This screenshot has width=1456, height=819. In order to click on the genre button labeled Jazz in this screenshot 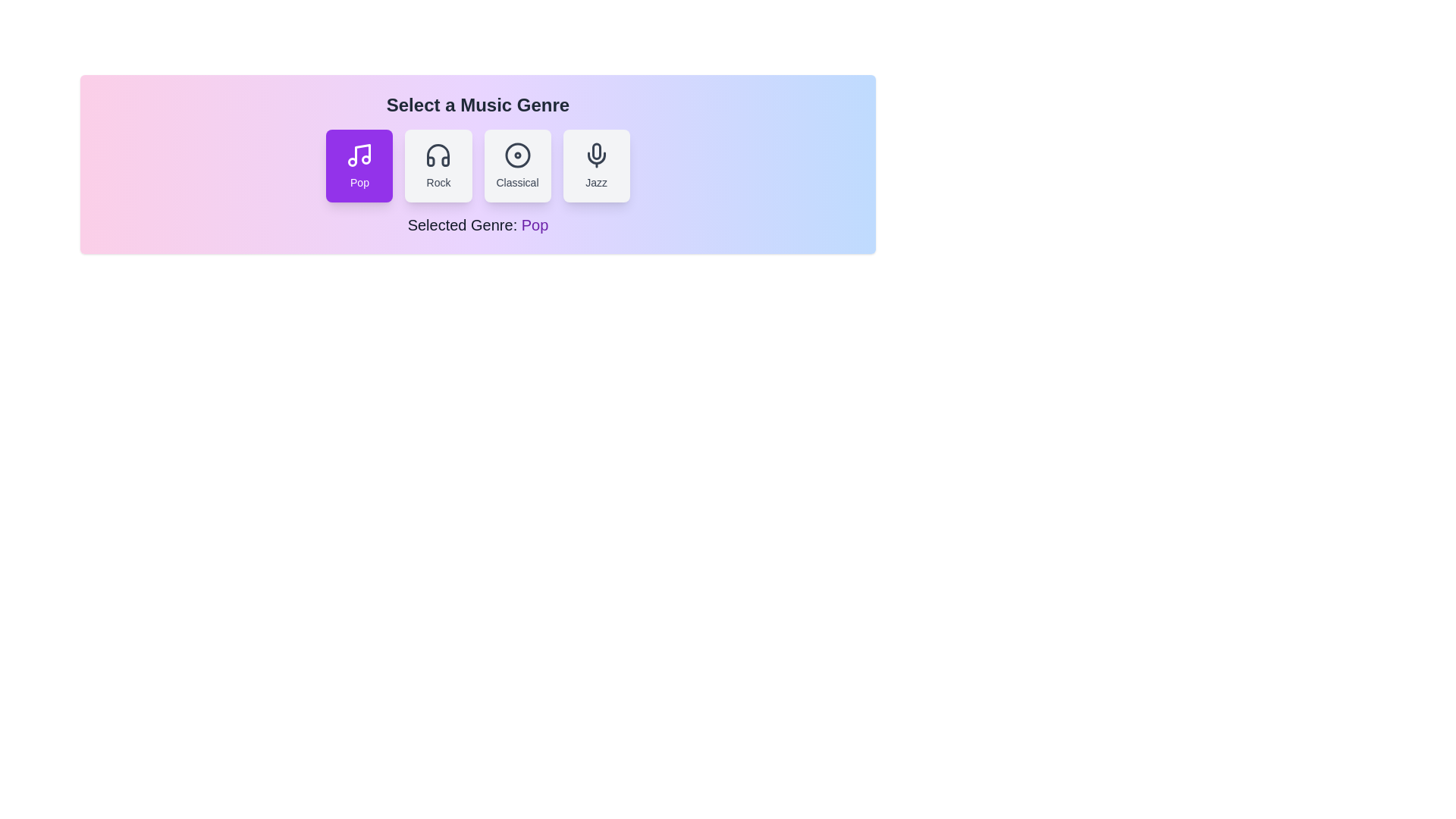, I will do `click(595, 166)`.